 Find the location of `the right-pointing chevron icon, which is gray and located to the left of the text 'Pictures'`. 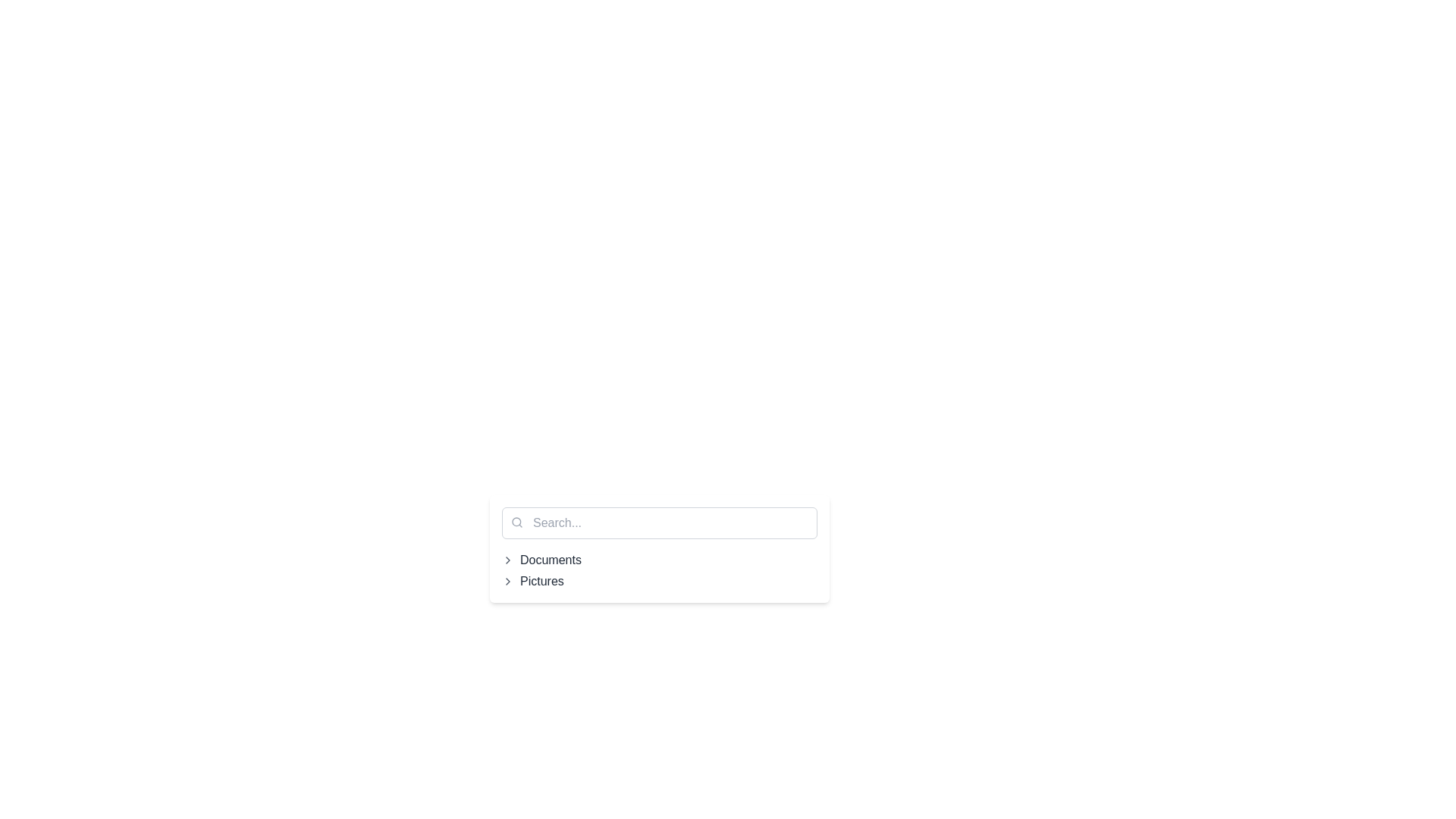

the right-pointing chevron icon, which is gray and located to the left of the text 'Pictures' is located at coordinates (508, 581).